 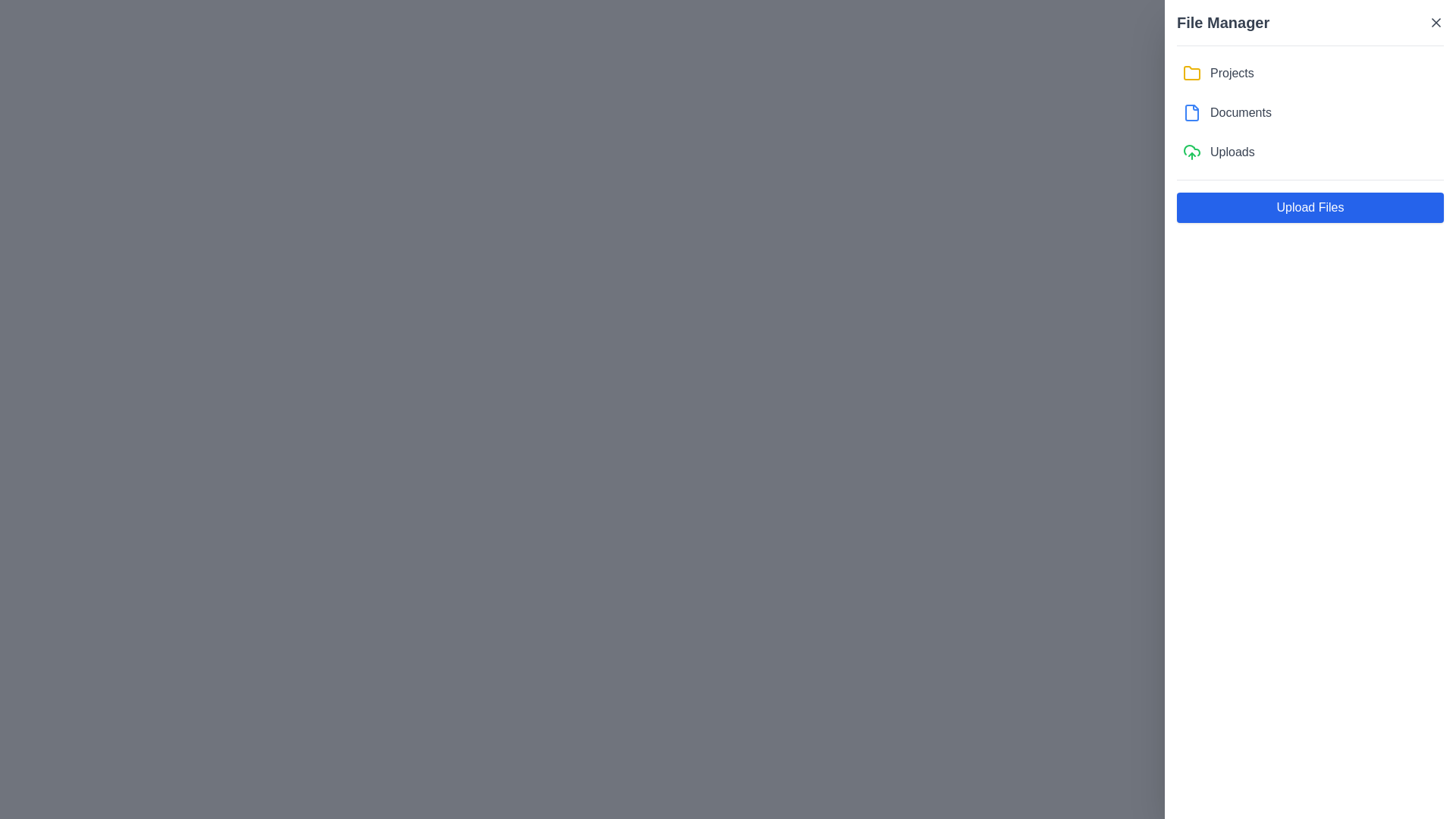 What do you see at coordinates (1310, 112) in the screenshot?
I see `the 'Documents' menu item in the 'File Manager' section` at bounding box center [1310, 112].